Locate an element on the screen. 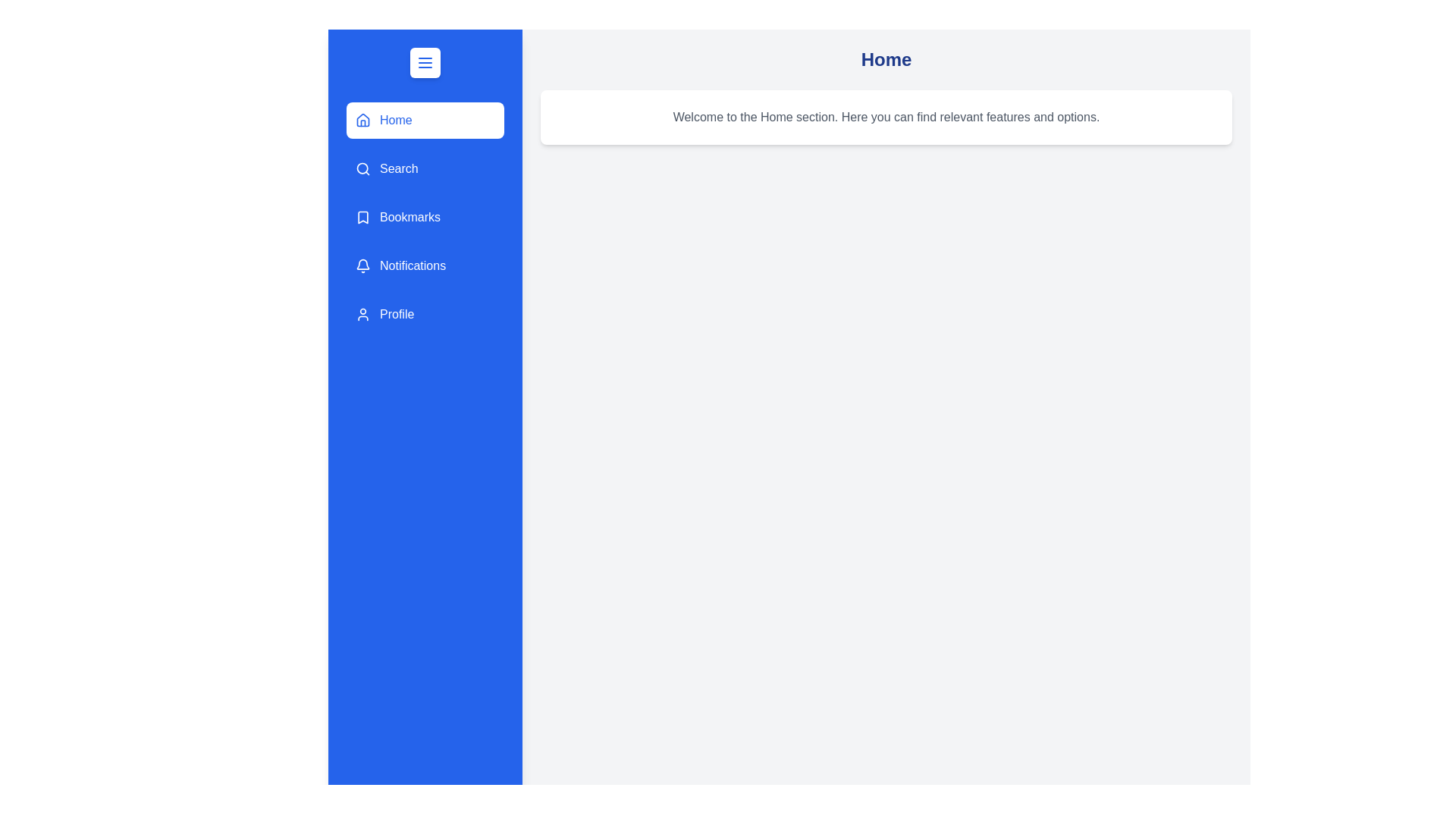  the menu item Bookmarks from the drawer is located at coordinates (425, 217).